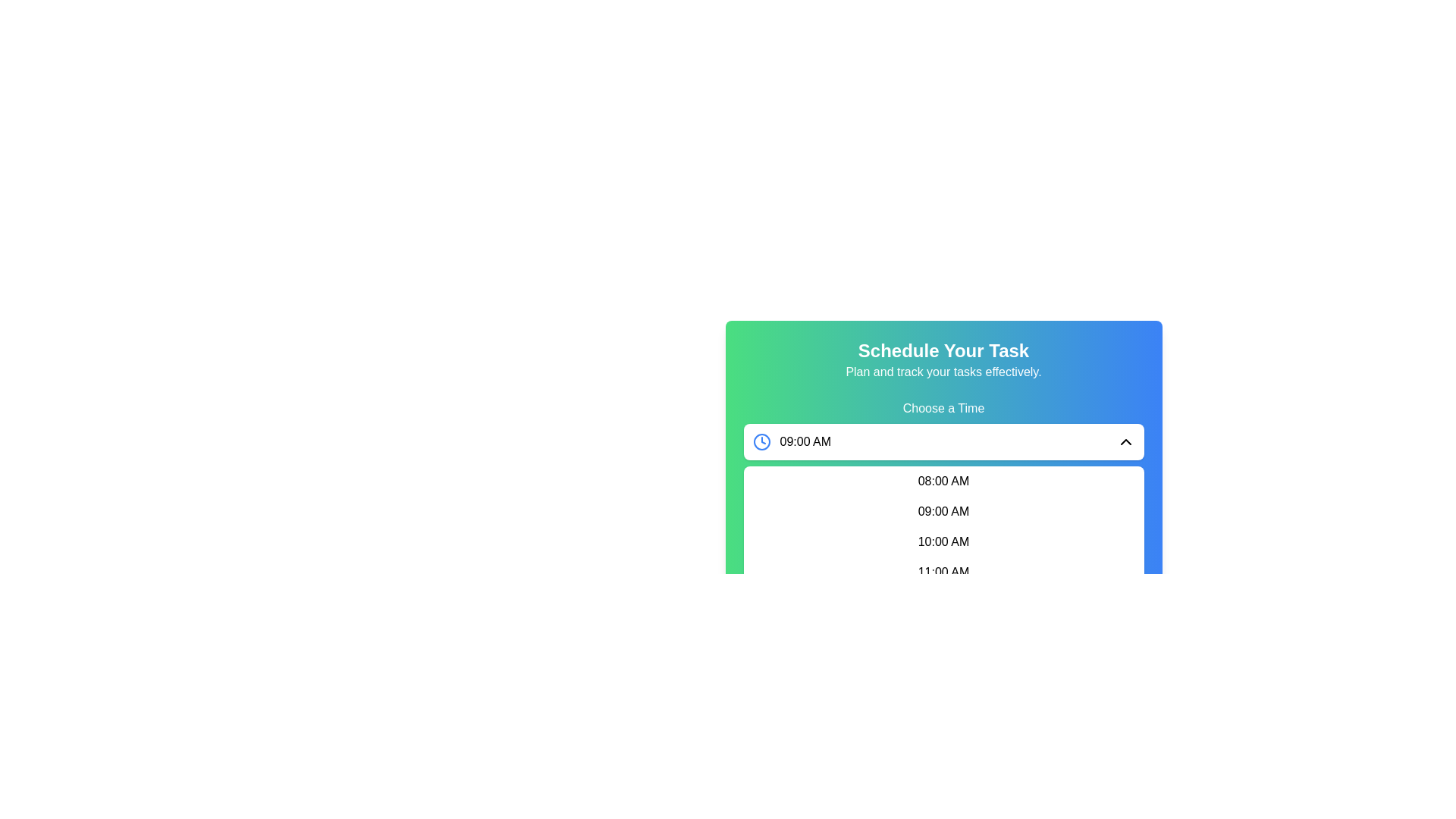  Describe the element at coordinates (761, 441) in the screenshot. I see `the SVG circle element that represents the clock face in the scheduling UI` at that location.